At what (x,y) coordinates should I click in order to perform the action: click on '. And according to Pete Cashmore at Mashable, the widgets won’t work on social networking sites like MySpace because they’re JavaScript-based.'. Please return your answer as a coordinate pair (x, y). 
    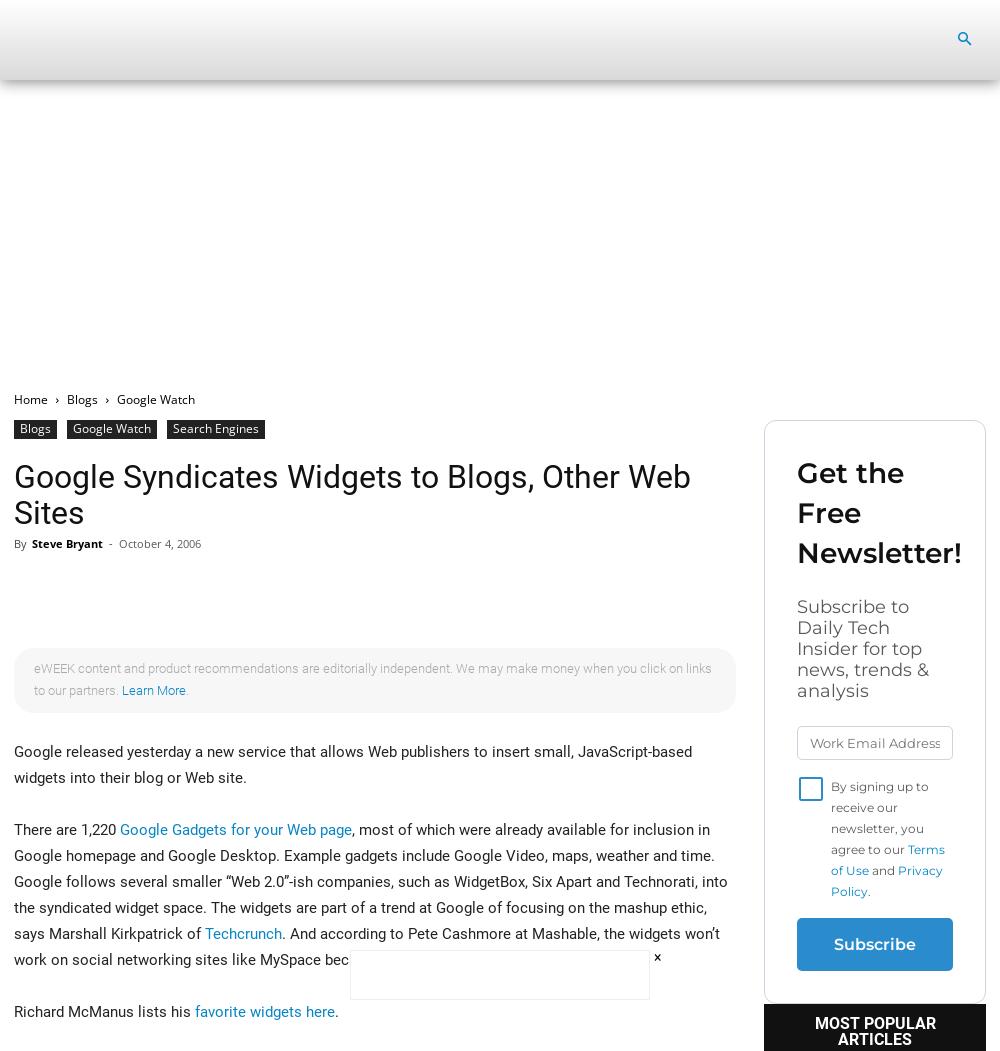
    Looking at the image, I should click on (366, 945).